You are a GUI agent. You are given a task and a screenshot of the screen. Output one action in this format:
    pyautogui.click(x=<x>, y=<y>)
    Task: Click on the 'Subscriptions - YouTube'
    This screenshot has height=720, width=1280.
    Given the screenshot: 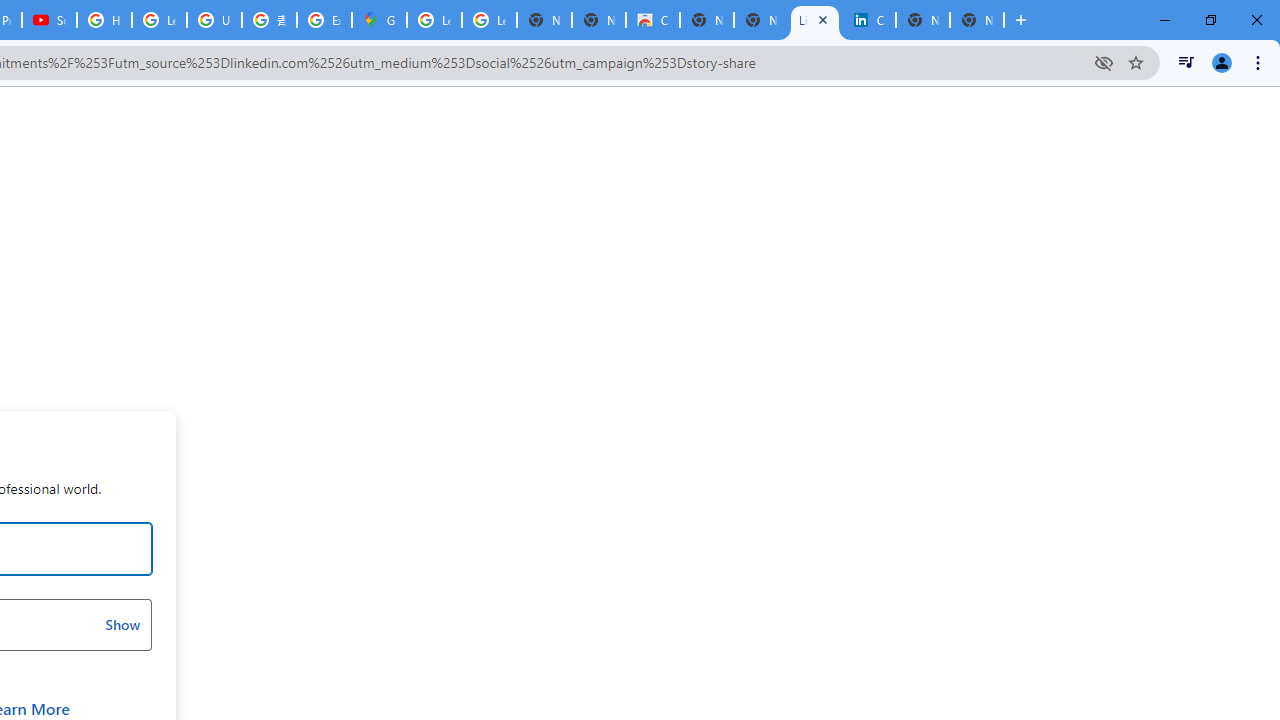 What is the action you would take?
    pyautogui.click(x=49, y=20)
    